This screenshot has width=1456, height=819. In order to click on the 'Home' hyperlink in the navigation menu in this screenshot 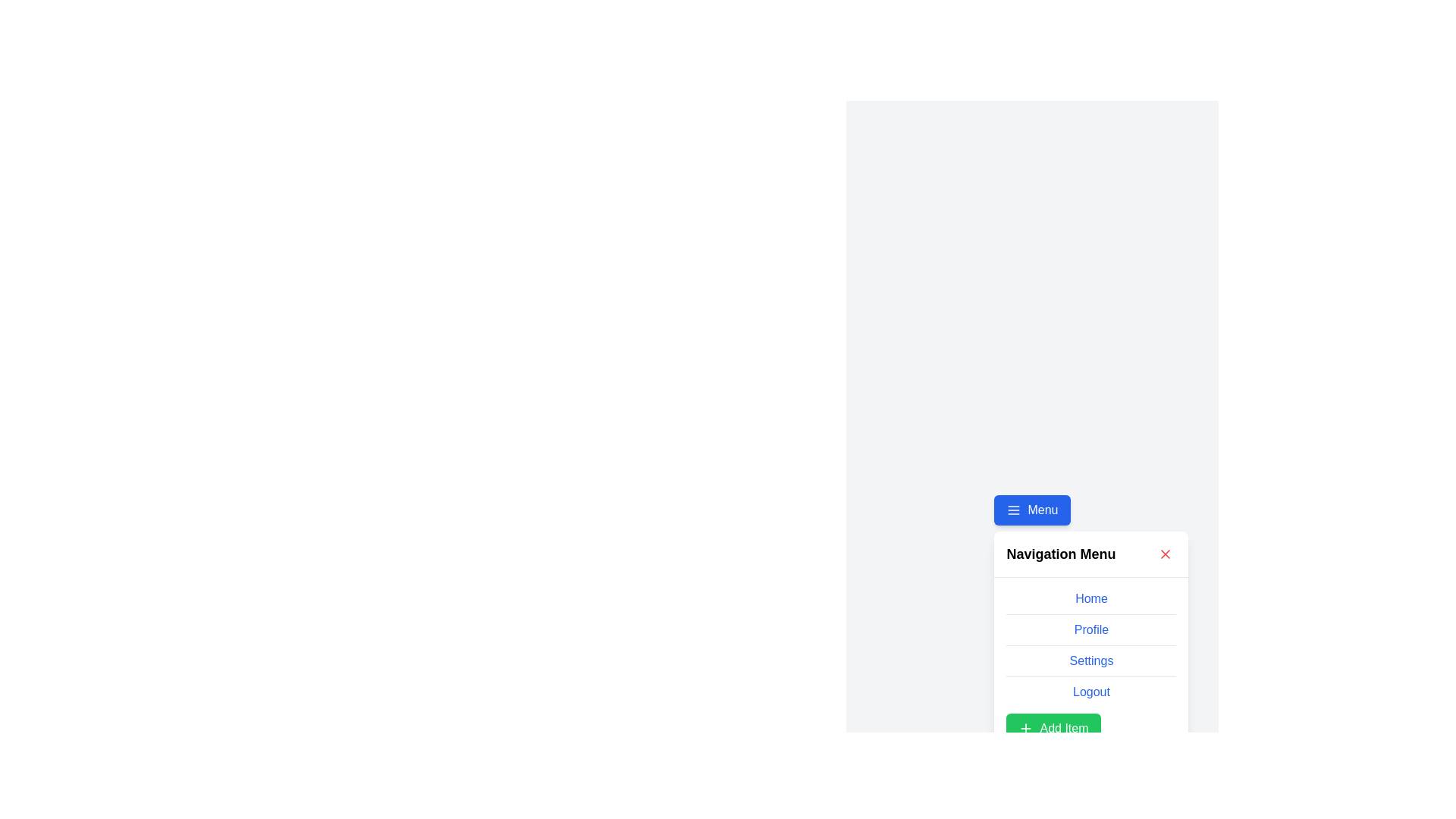, I will do `click(1090, 601)`.